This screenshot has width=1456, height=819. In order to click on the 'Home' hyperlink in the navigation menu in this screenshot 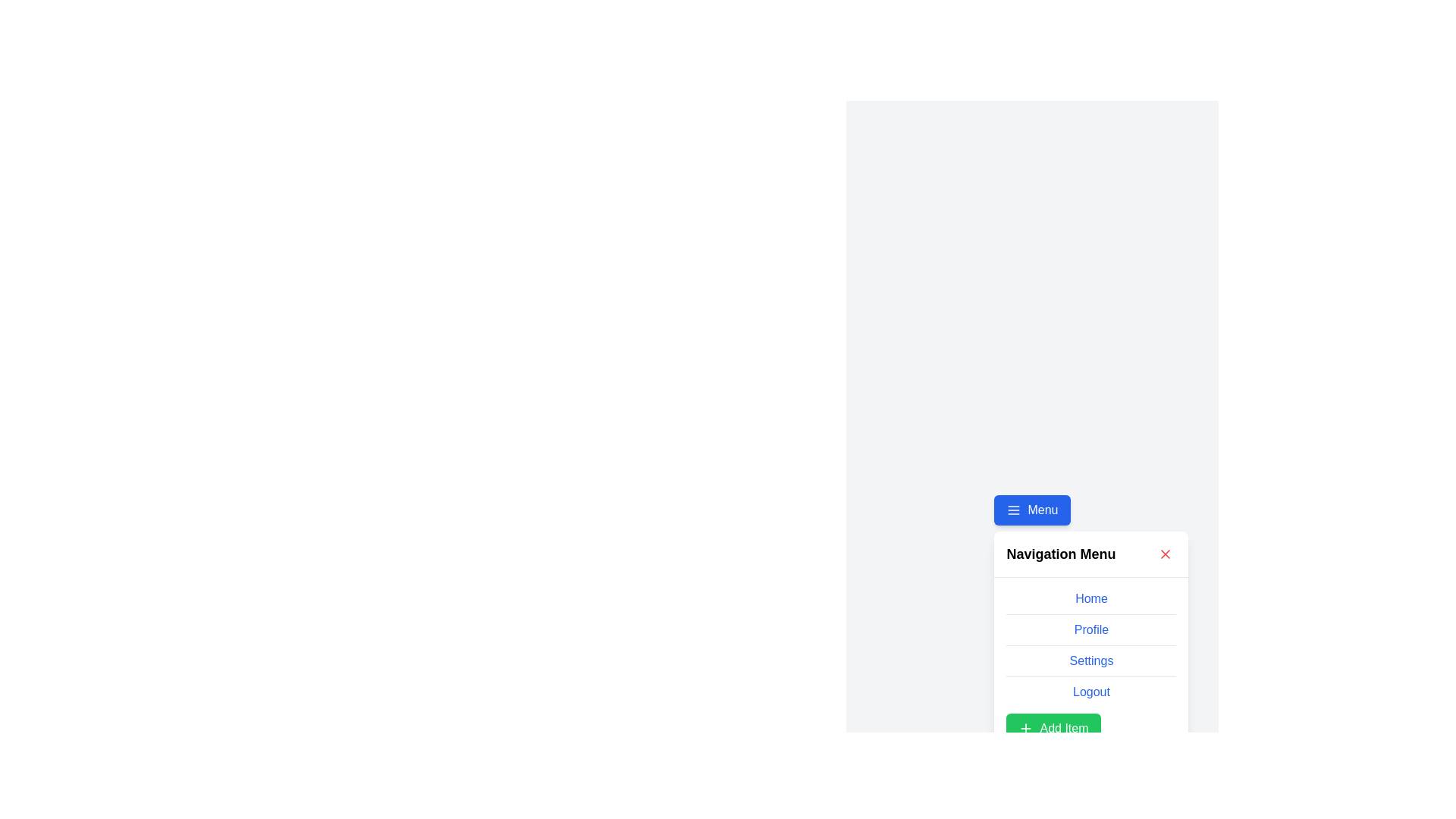, I will do `click(1090, 601)`.